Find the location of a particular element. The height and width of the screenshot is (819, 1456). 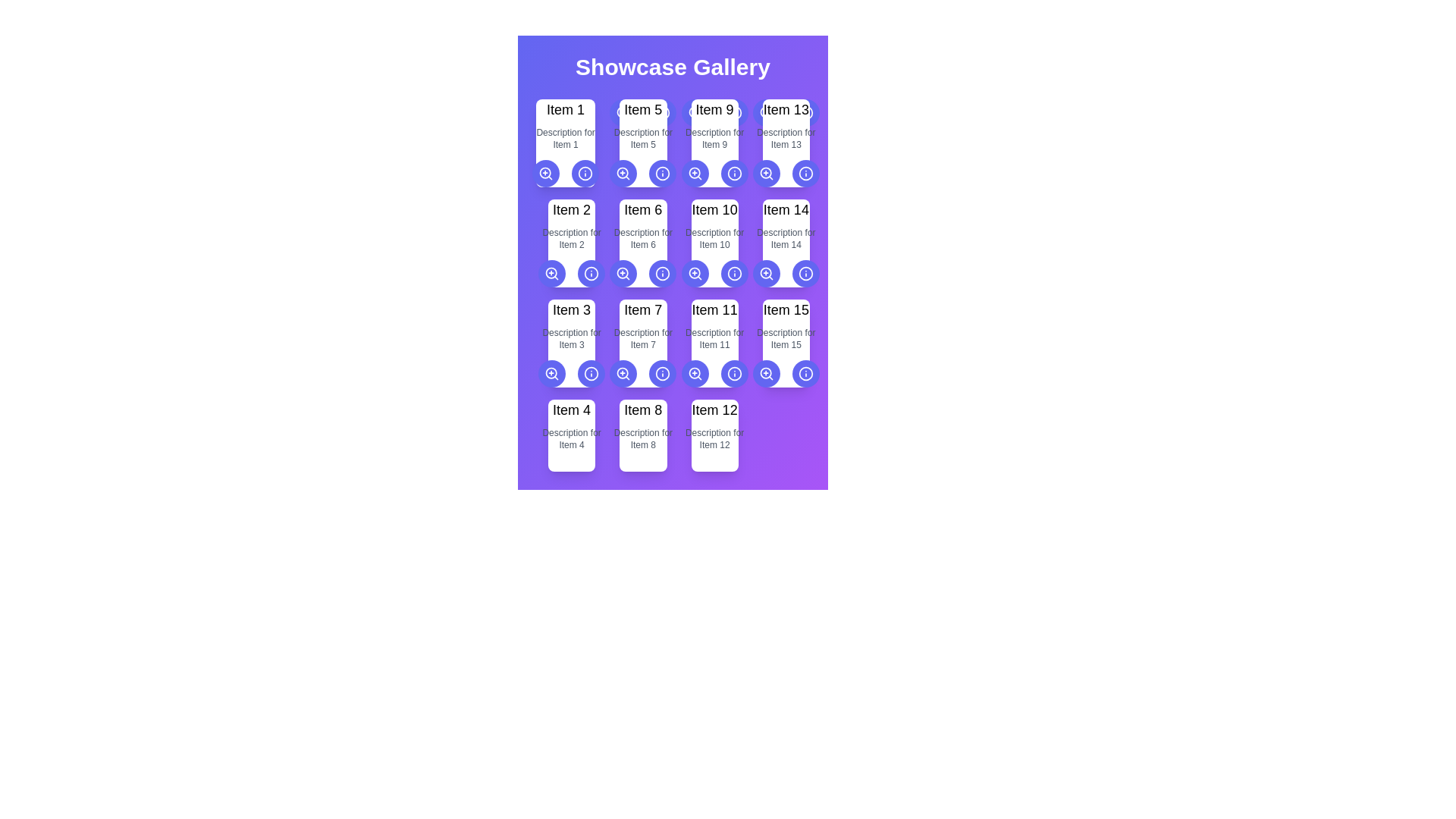

the circular 'info' icon with a blue background and white symbol located in the bottom-right corner of the 'Item 5' cell in the grid layout is located at coordinates (663, 172).